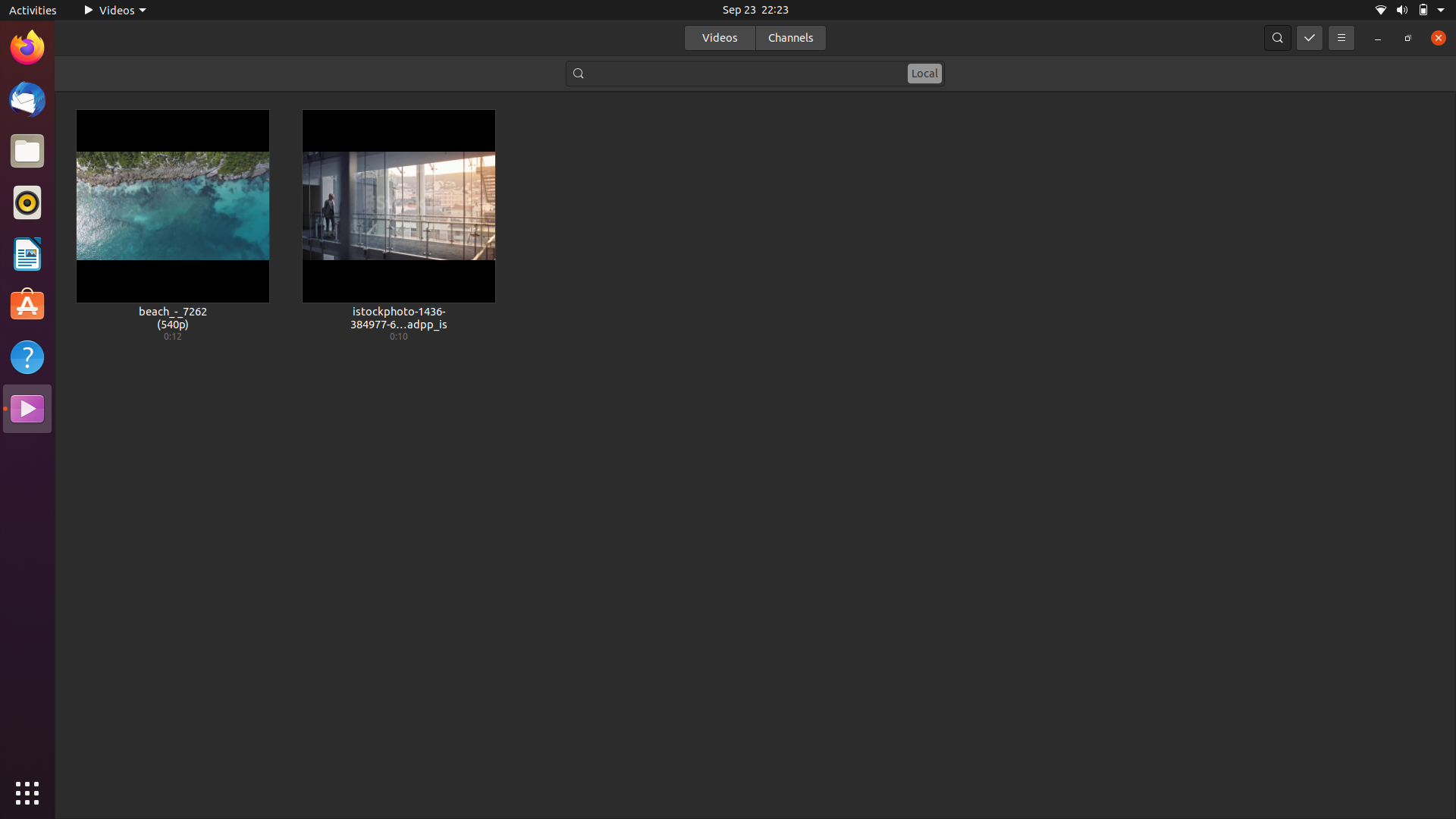 The image size is (1456, 819). Describe the element at coordinates (755, 72) in the screenshot. I see `Look for a video tagged with the word "beach" in its title` at that location.